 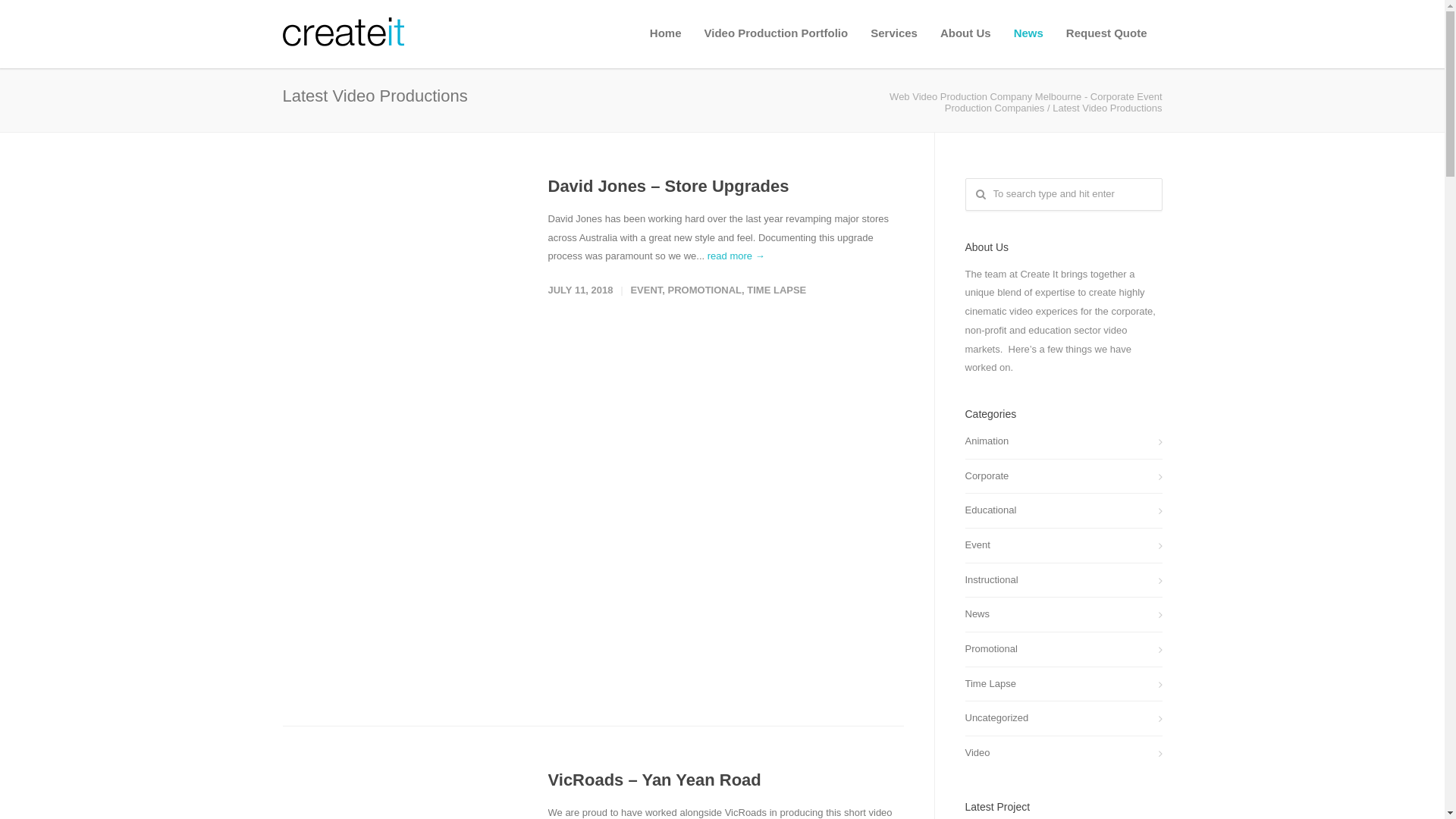 I want to click on 'About Us', so click(x=965, y=33).